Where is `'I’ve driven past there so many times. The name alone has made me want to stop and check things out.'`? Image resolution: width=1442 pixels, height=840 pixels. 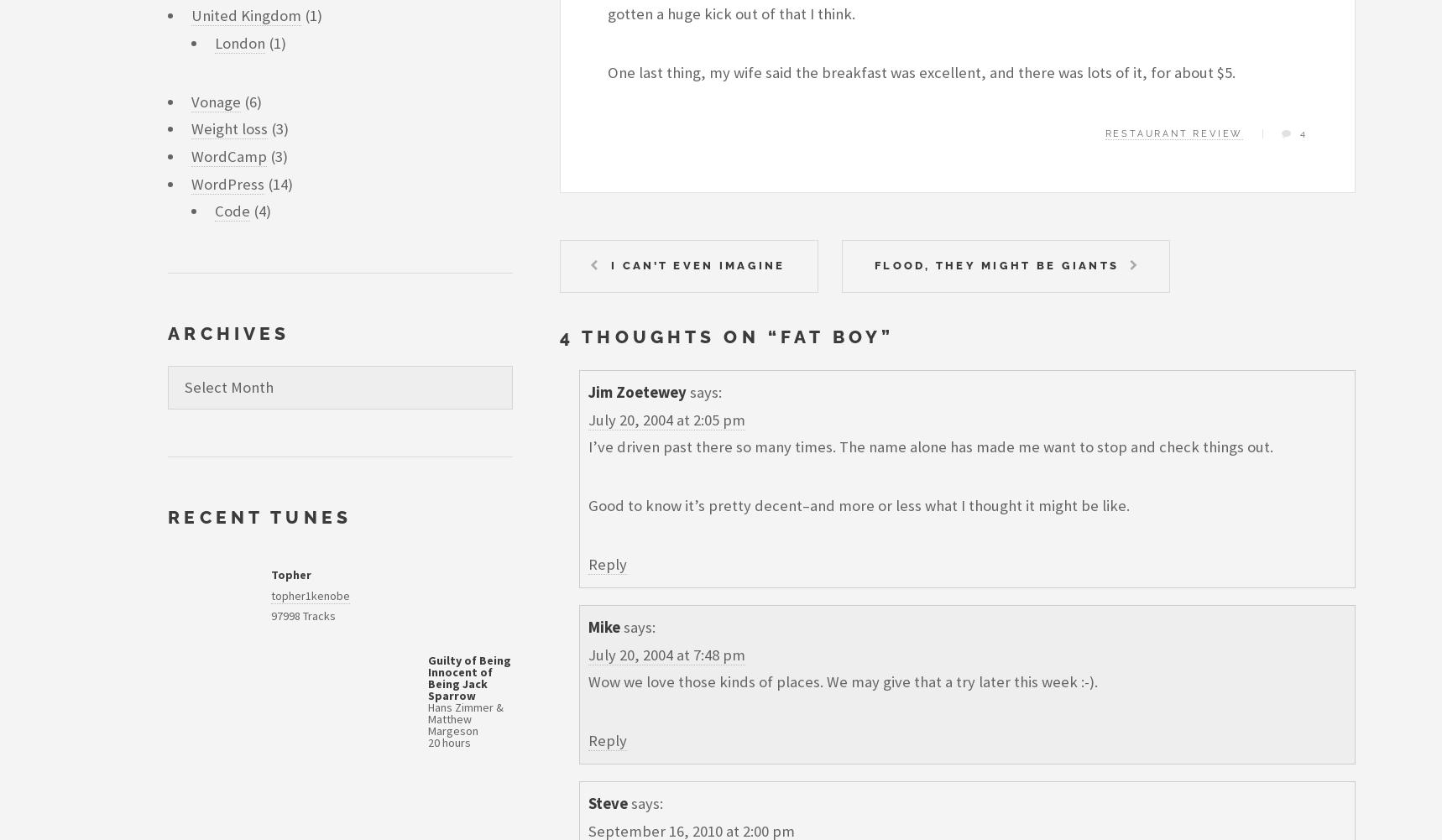
'I’ve driven past there so many times. The name alone has made me want to stop and check things out.' is located at coordinates (929, 446).